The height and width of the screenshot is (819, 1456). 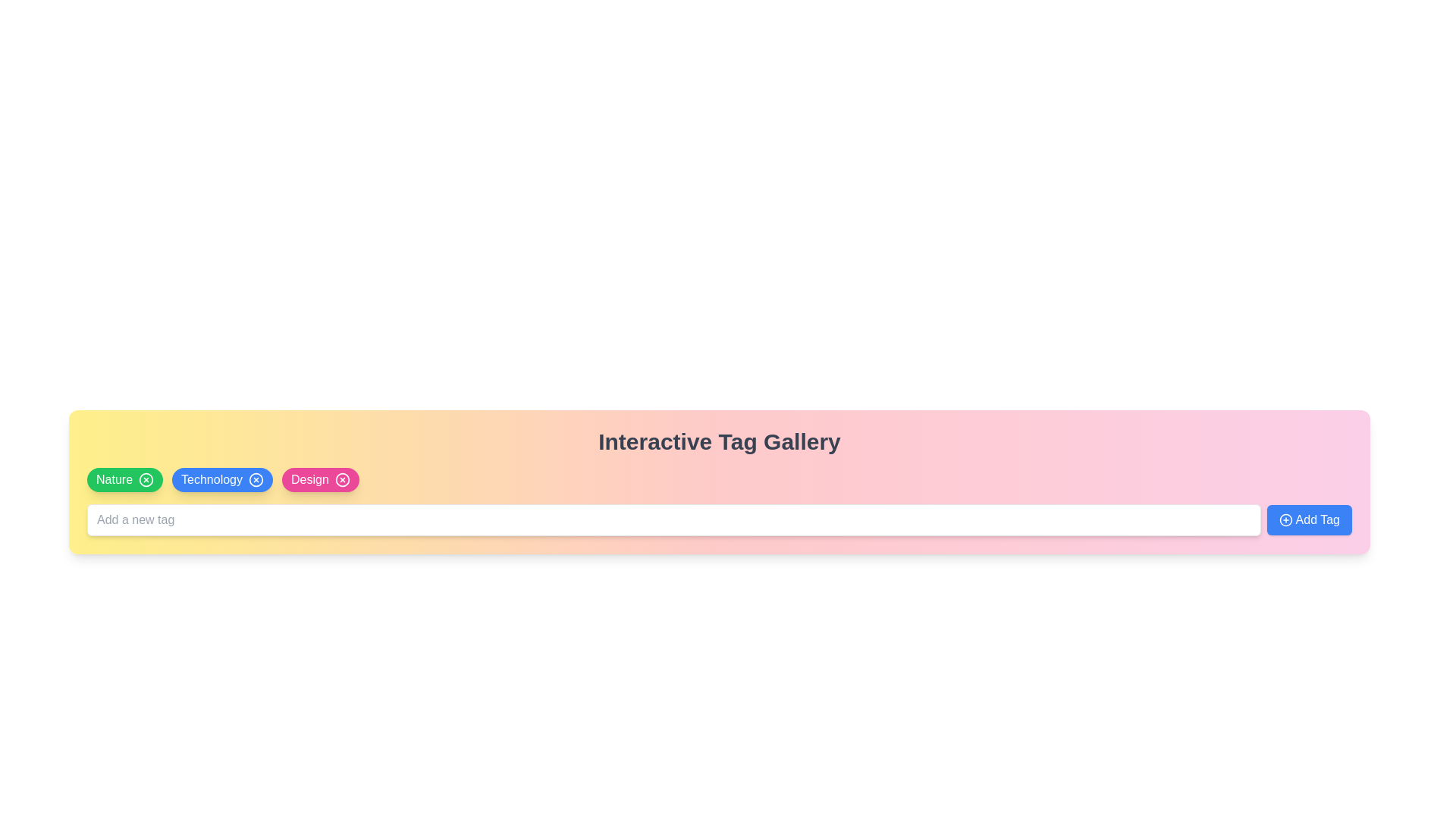 I want to click on the Icon button to the right of the 'Design' label, which is part of a rounded rectangular button used, so click(x=341, y=479).